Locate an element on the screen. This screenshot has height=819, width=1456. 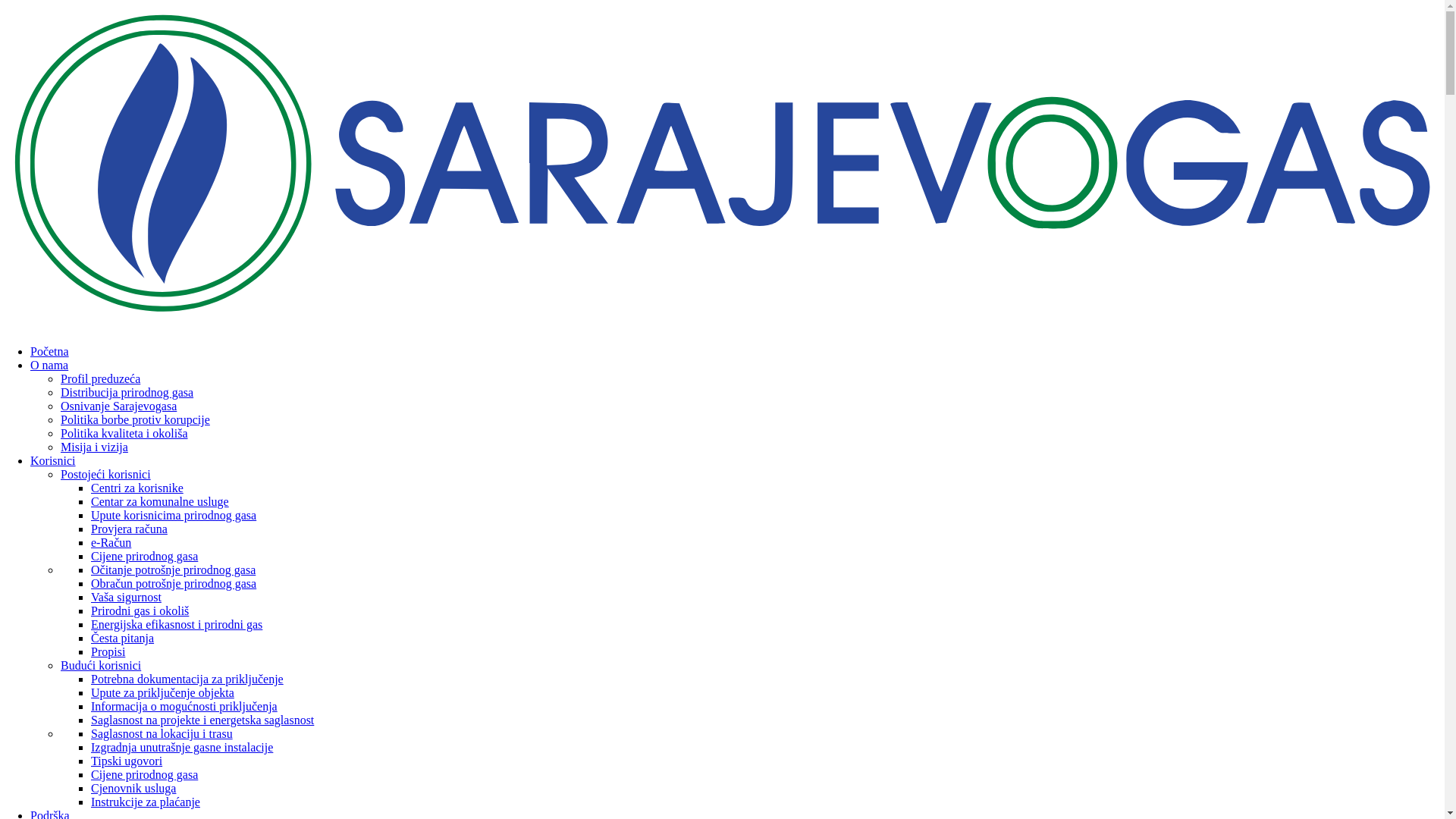
'Saglasnost na projekte i energetska saglasnost' is located at coordinates (202, 719).